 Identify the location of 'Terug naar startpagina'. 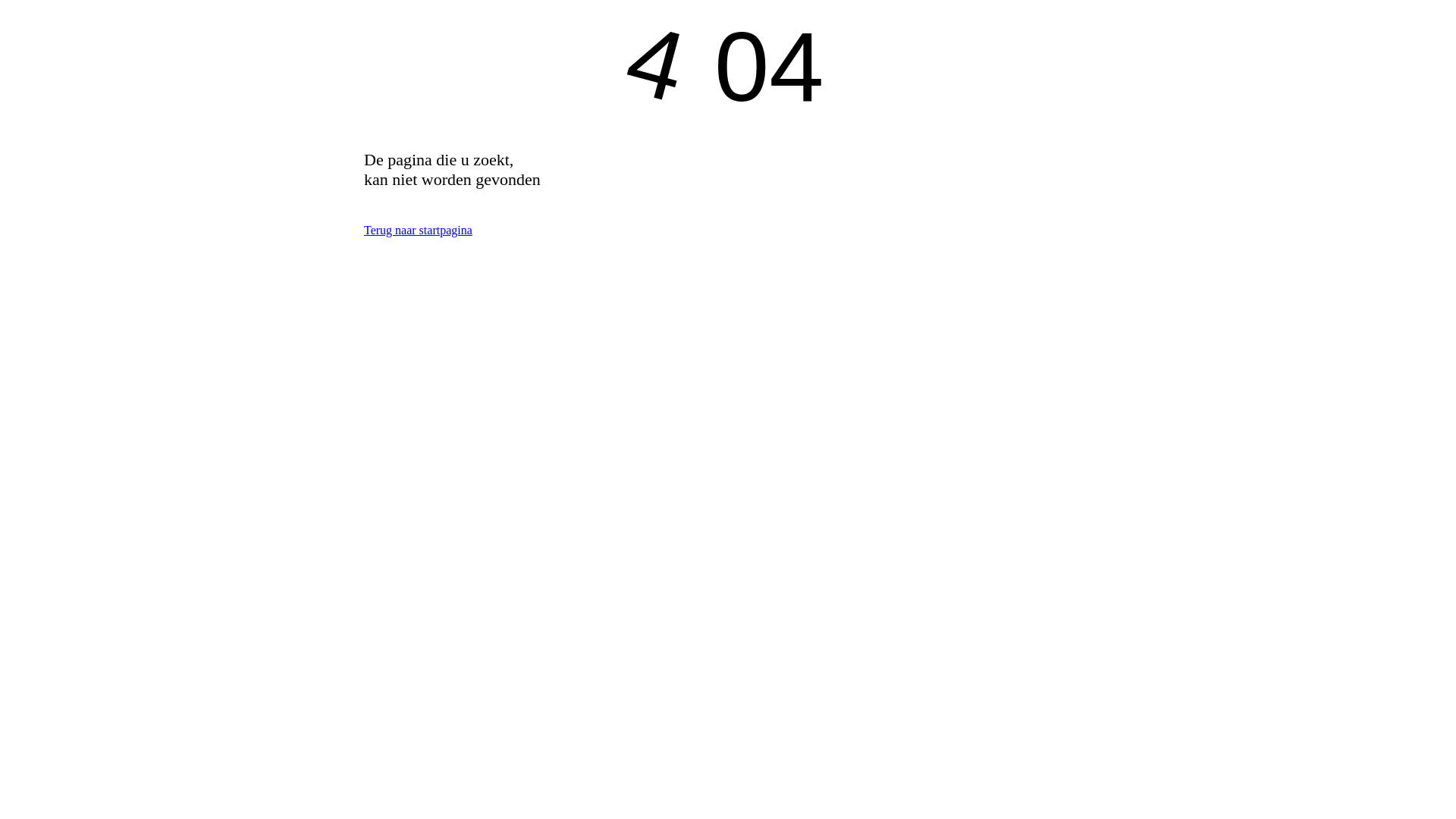
(418, 230).